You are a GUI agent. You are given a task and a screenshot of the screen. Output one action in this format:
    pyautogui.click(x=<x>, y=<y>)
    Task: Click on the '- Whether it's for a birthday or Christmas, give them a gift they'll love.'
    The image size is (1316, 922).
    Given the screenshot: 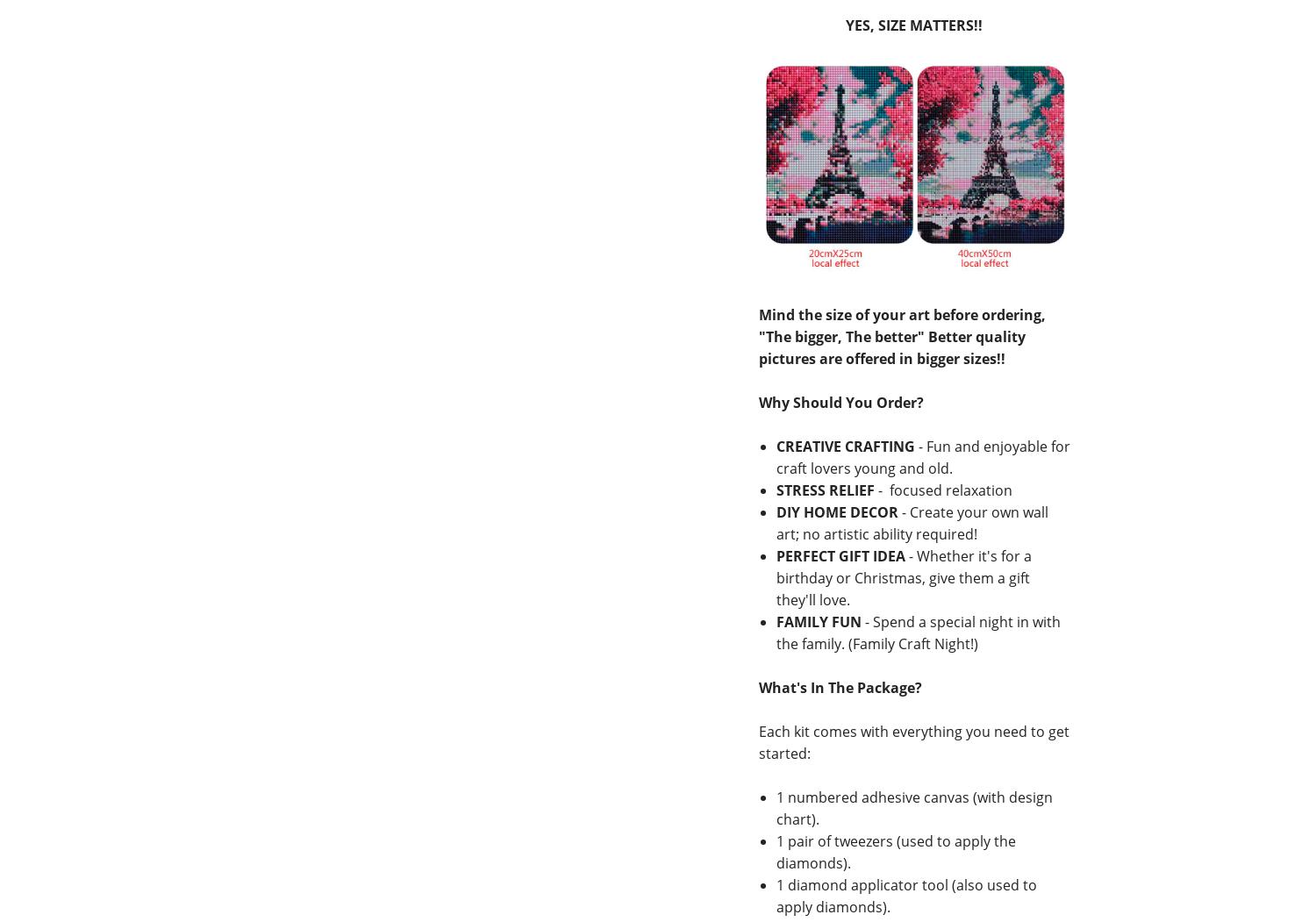 What is the action you would take?
    pyautogui.click(x=903, y=577)
    